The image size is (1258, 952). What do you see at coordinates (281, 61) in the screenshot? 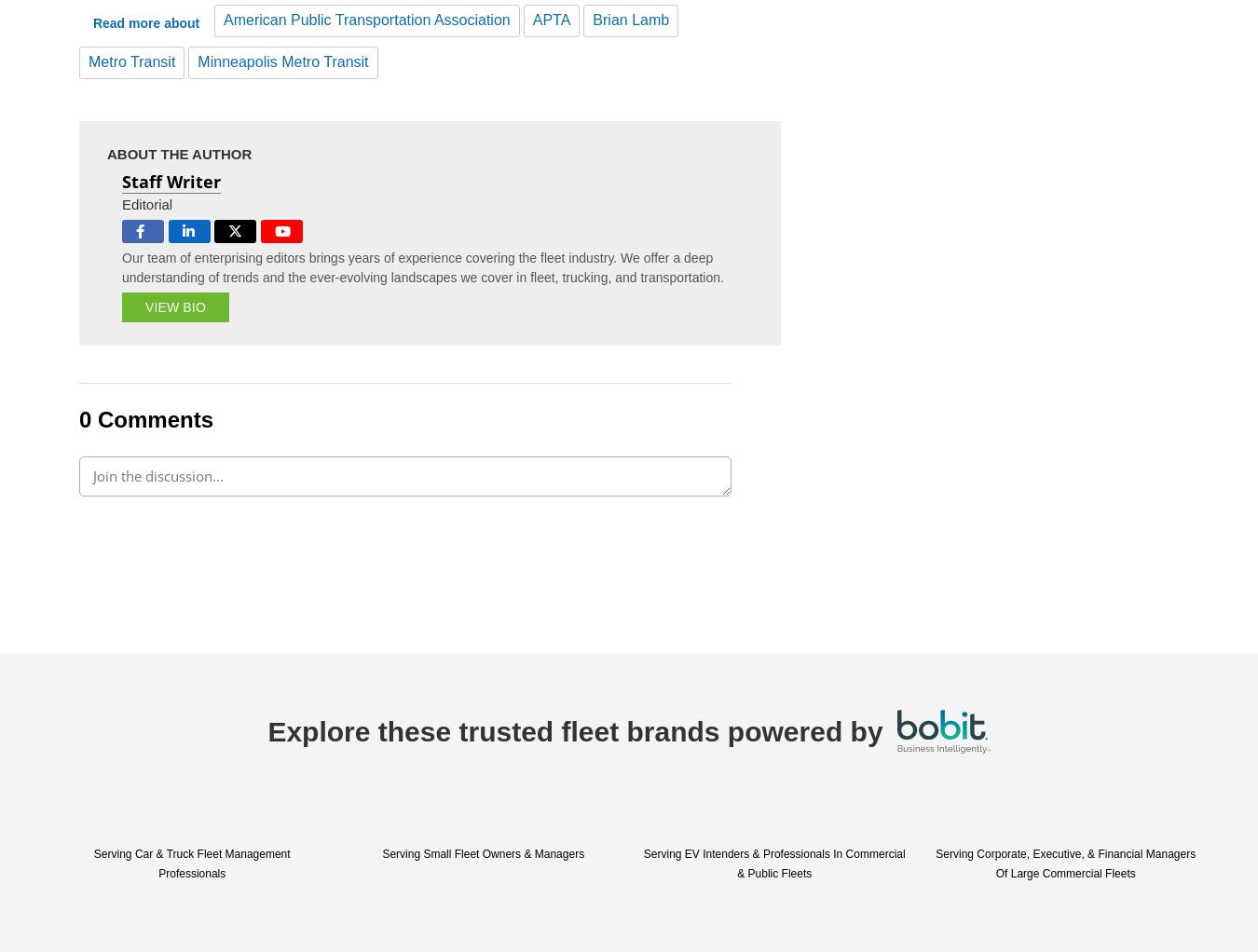
I see `'Minneapolis Metro Transit'` at bounding box center [281, 61].